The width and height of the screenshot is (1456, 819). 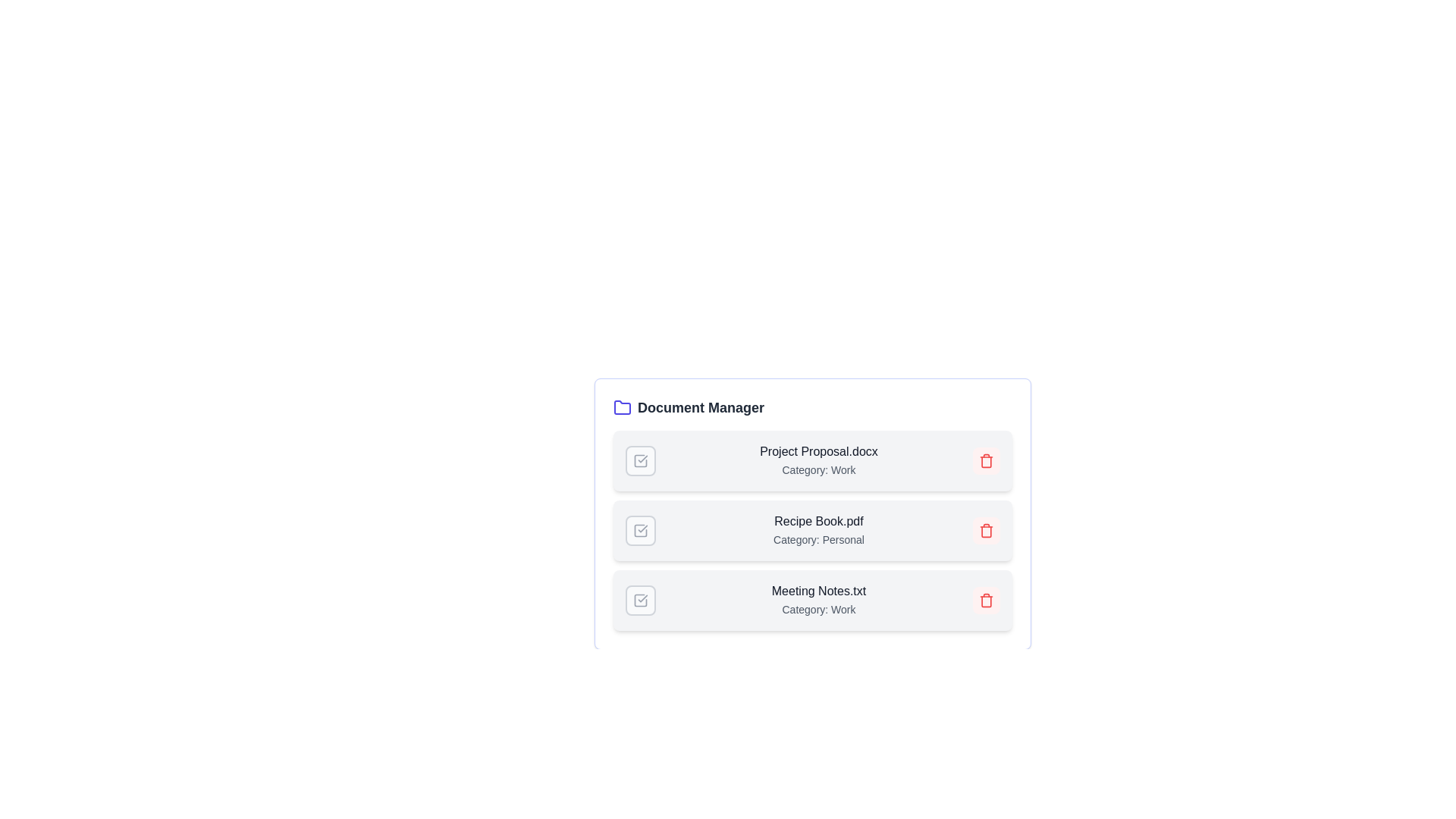 What do you see at coordinates (818, 520) in the screenshot?
I see `the textual label displaying 'Recipe Book.pdf' in the 'Document Manager' component, which is centered in the second row and above the 'Category: Personal' text` at bounding box center [818, 520].